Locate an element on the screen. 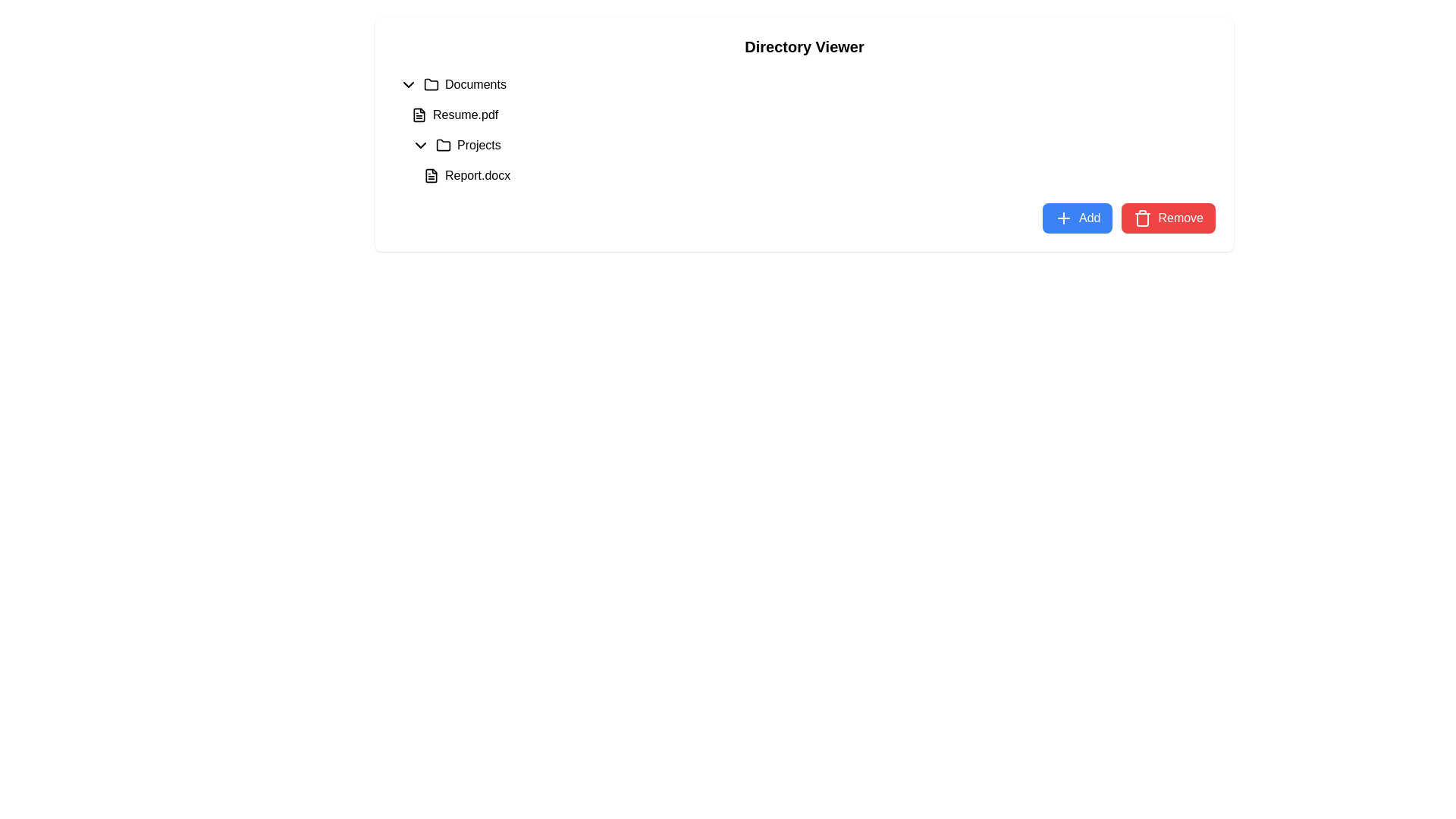 The image size is (1456, 819). the trash bin icon located within the 'Remove' button at the bottom right corner of the interface is located at coordinates (1143, 218).